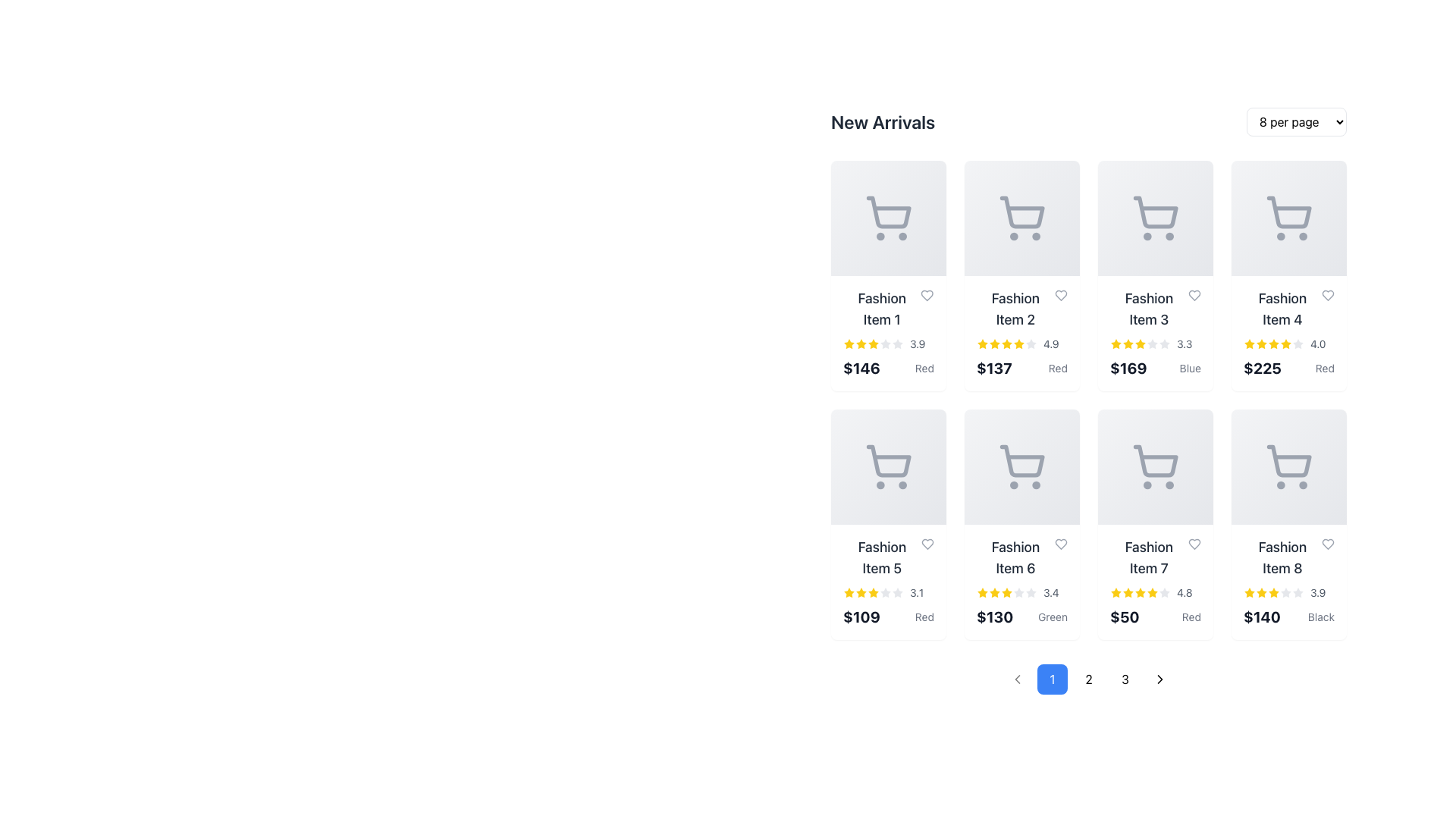 This screenshot has height=819, width=1456. Describe the element at coordinates (874, 592) in the screenshot. I see `the yellow star icon representing the fourth rating in a row of five stars below the 'Fashion Item 5' card` at that location.